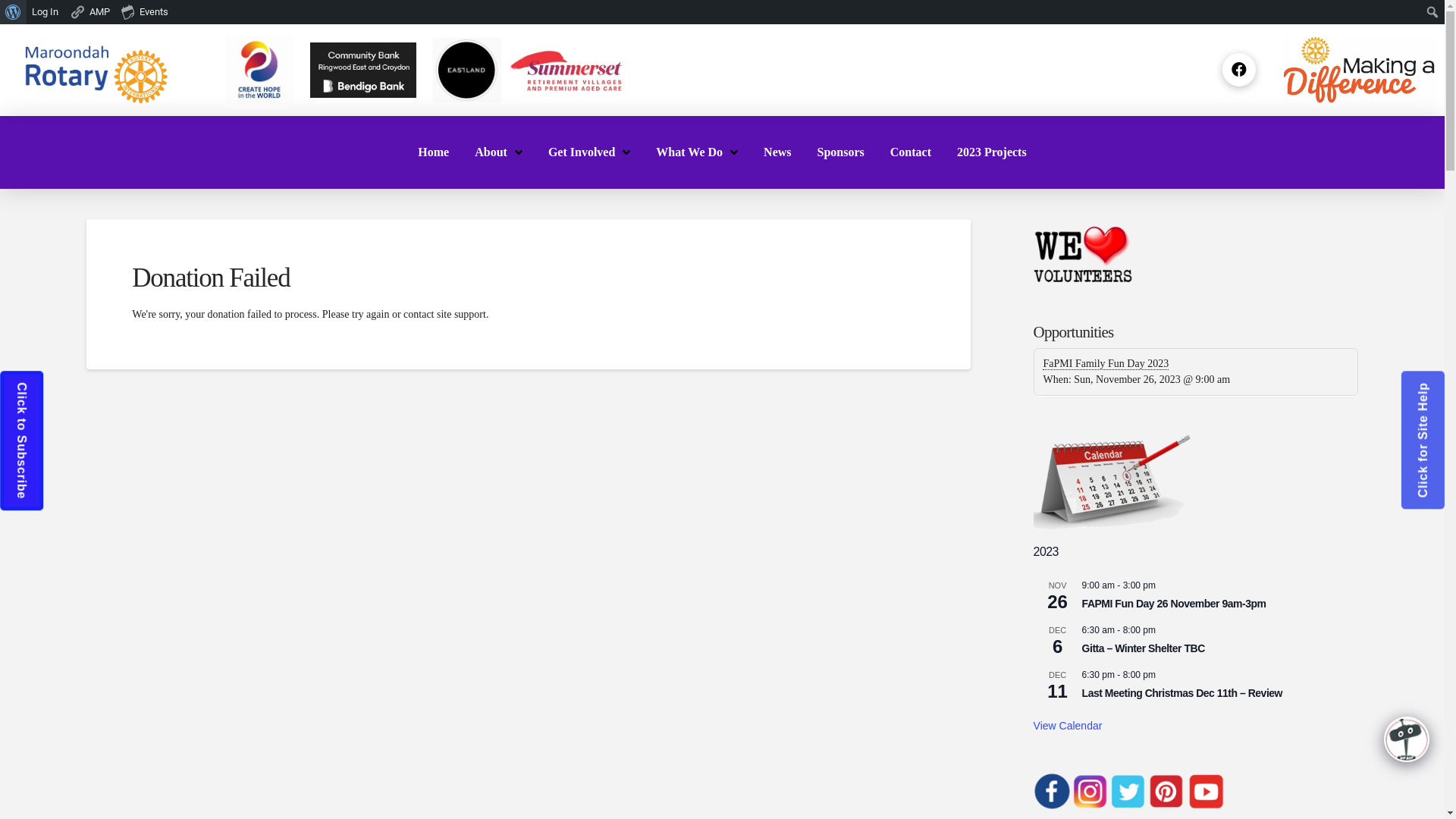 This screenshot has width=1456, height=819. I want to click on 'View Calendar', so click(1067, 725).